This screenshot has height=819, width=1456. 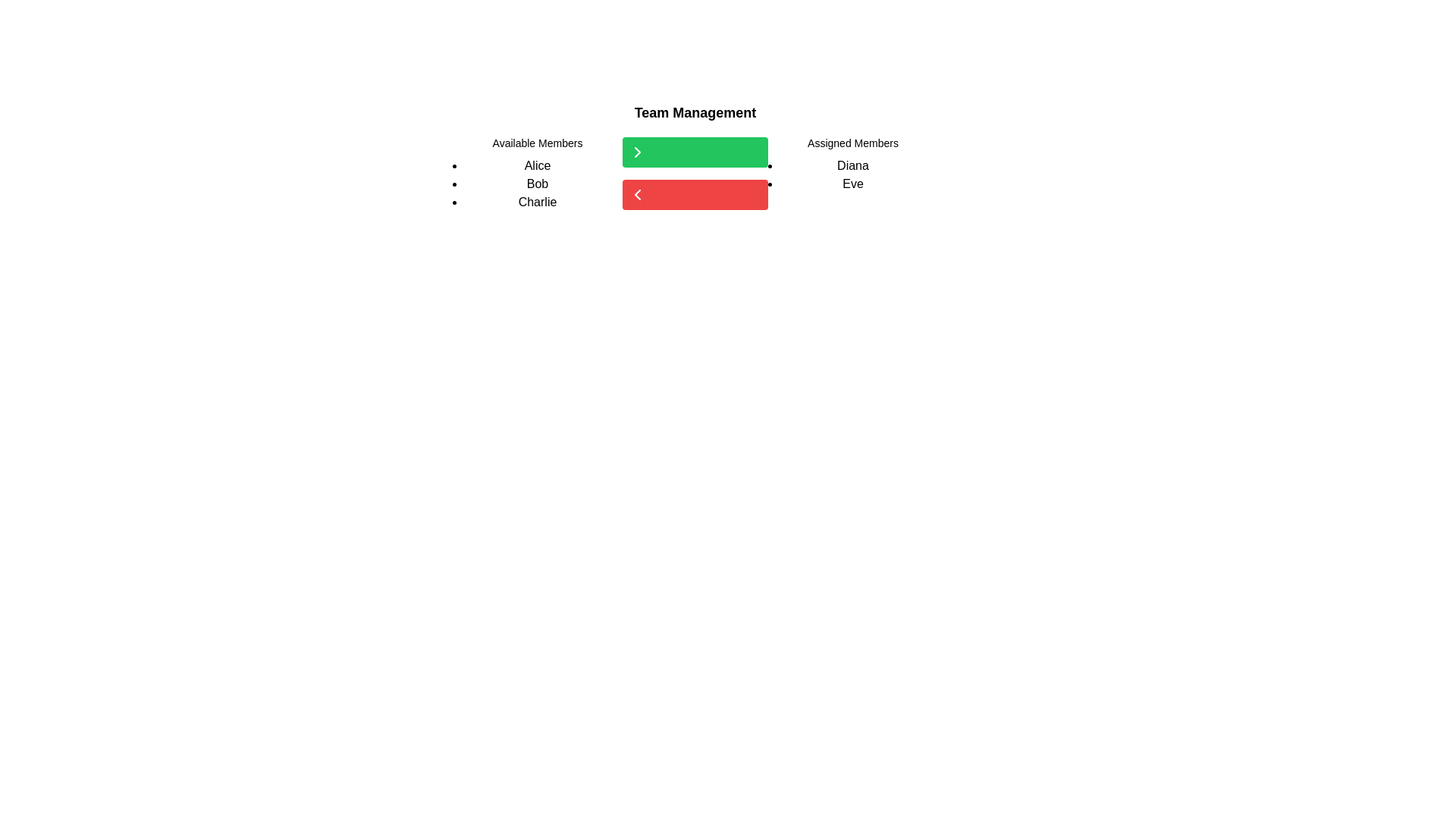 I want to click on the Chevron Arrow SVG graphic, which serves as a navigational indicator for assigning or moving items within the interface, located near the middle of the interface, slightly to the left of the 'Assigned Members' section, so click(x=637, y=152).